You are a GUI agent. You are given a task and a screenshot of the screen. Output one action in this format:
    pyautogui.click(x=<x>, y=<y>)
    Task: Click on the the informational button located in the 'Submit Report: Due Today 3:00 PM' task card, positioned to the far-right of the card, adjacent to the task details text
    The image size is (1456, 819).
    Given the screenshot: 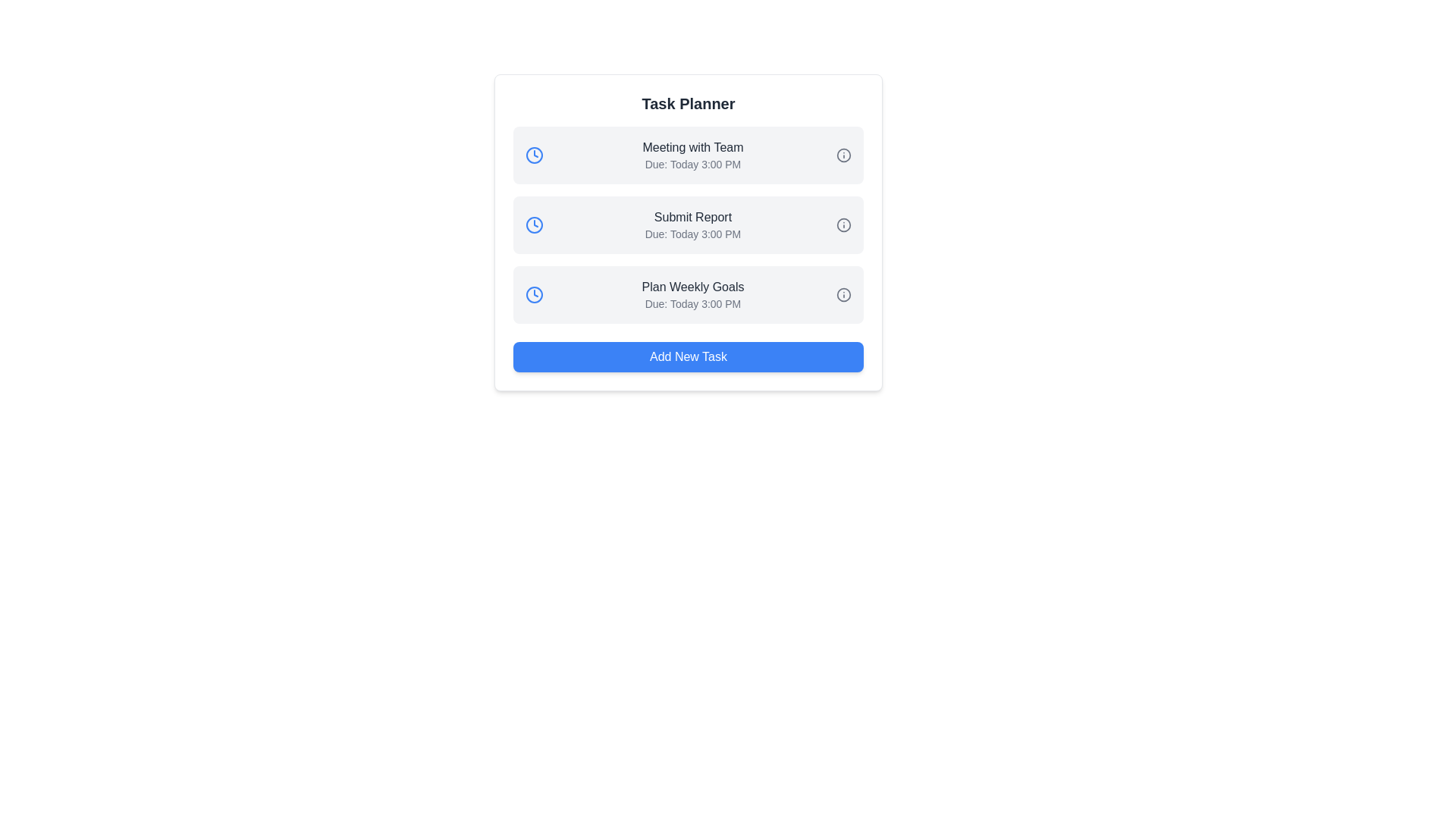 What is the action you would take?
    pyautogui.click(x=839, y=225)
    